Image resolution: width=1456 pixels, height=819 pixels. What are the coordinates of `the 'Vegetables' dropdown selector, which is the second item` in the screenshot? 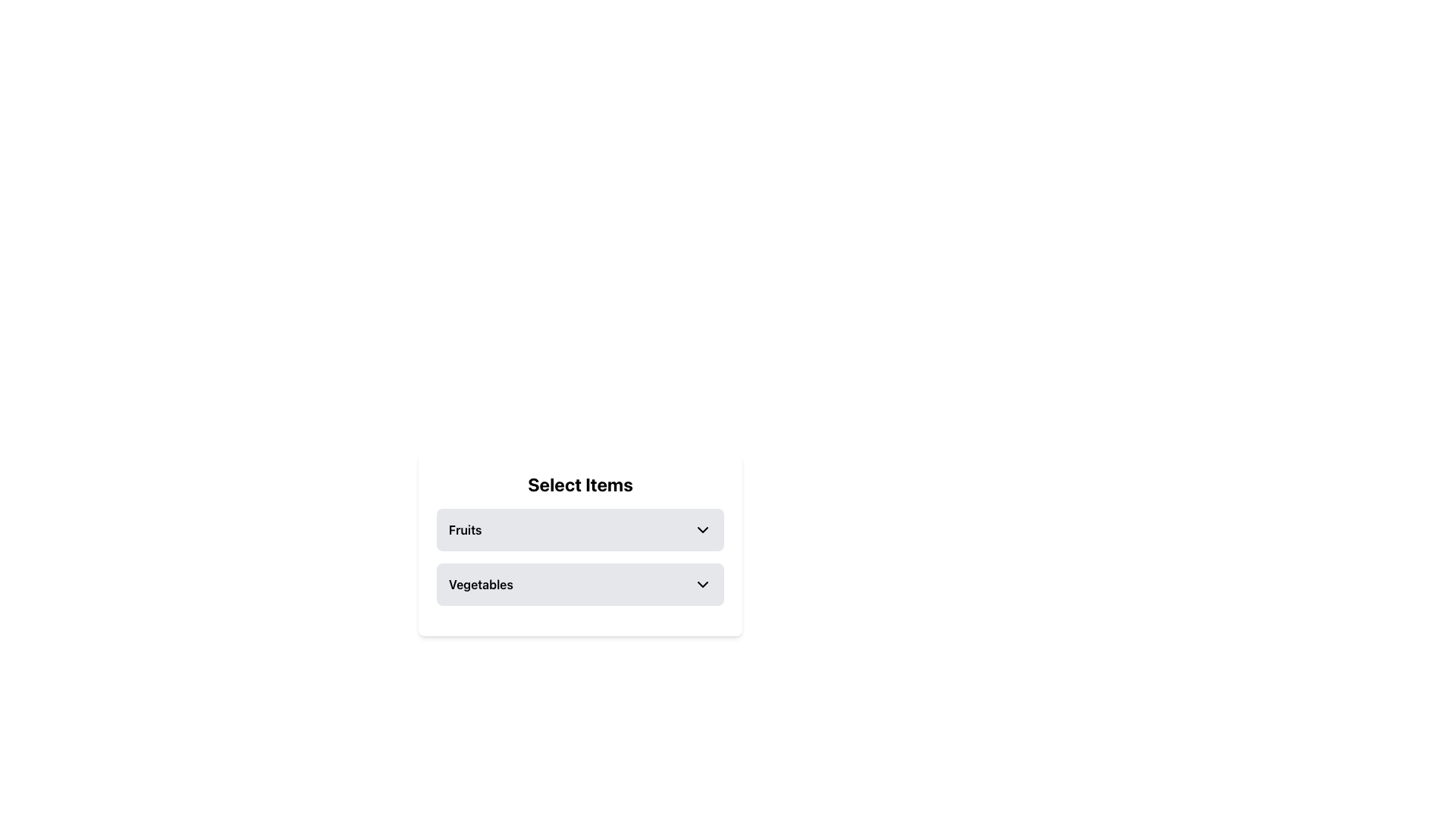 It's located at (579, 584).